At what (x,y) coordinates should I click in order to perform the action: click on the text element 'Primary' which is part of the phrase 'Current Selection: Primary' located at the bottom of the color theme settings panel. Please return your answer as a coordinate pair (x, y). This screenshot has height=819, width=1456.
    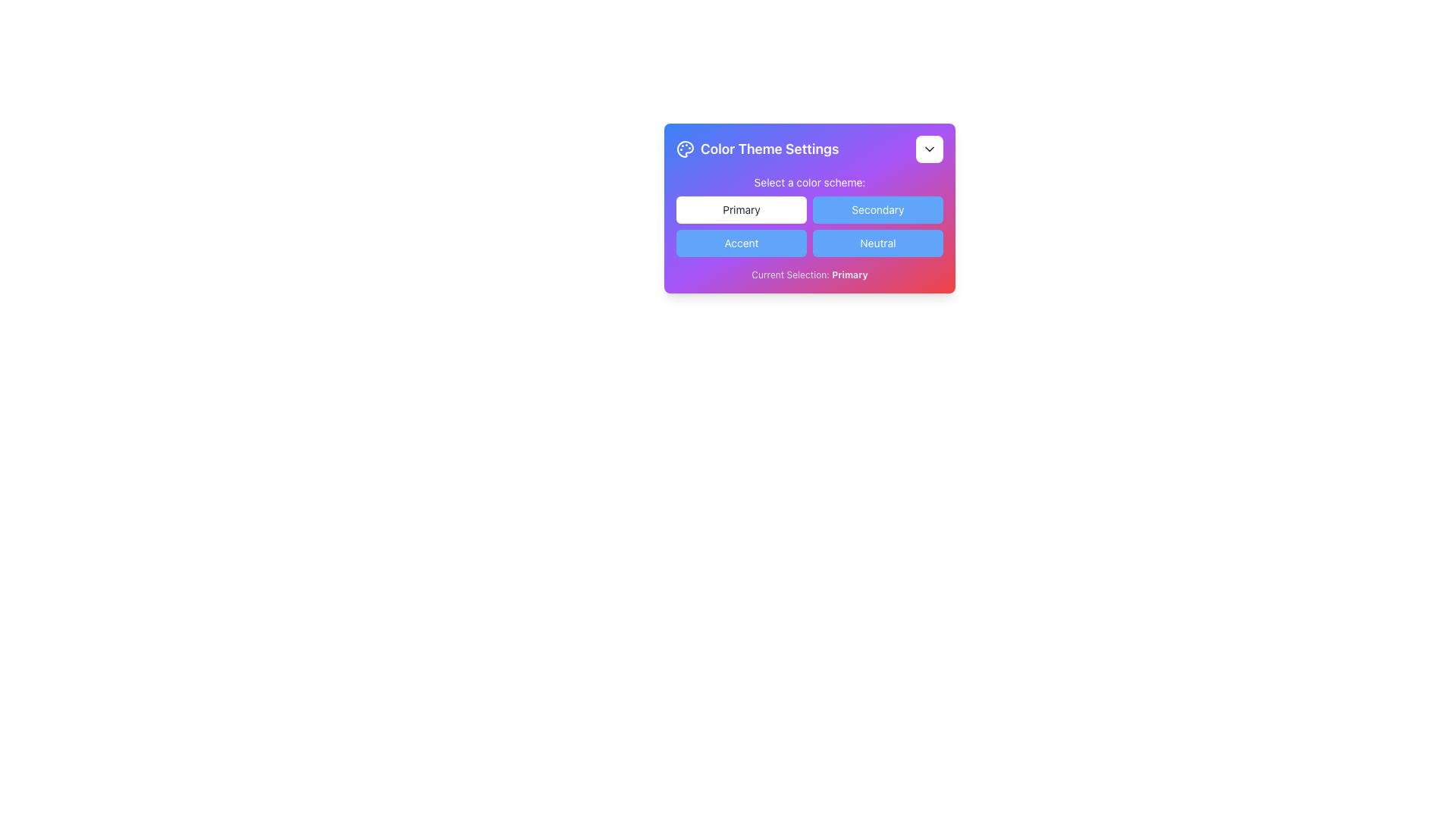
    Looking at the image, I should click on (849, 275).